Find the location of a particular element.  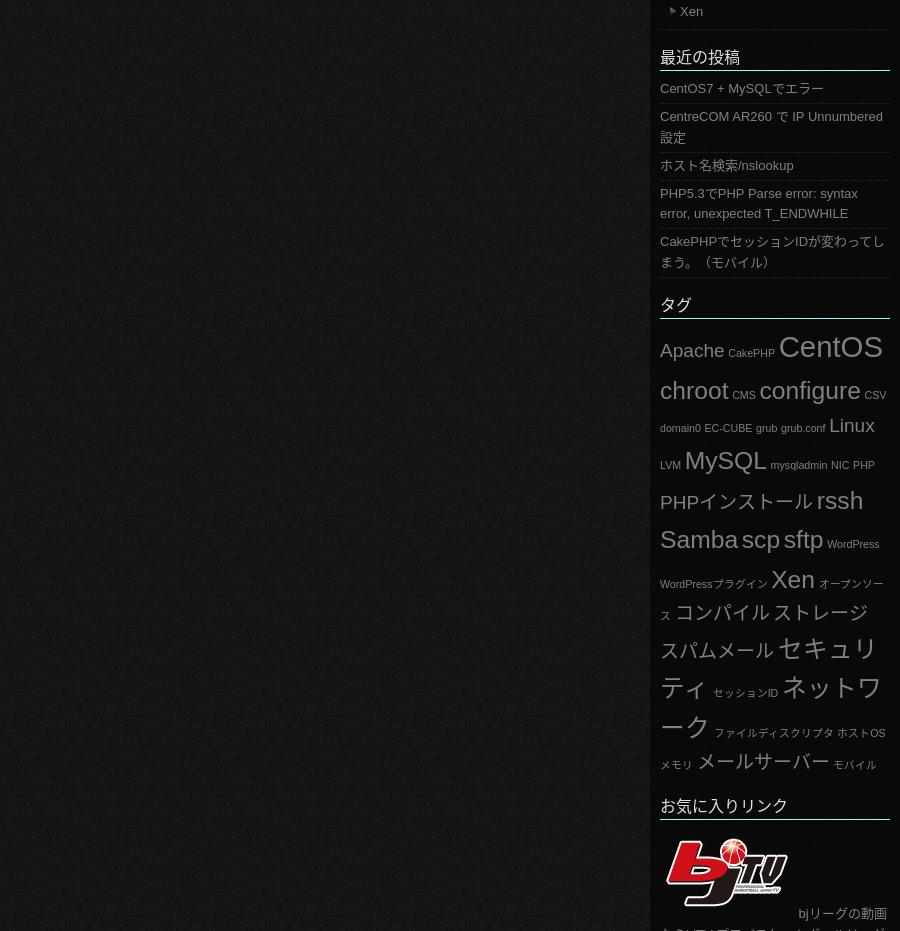

'EC-CUBE' is located at coordinates (727, 425).